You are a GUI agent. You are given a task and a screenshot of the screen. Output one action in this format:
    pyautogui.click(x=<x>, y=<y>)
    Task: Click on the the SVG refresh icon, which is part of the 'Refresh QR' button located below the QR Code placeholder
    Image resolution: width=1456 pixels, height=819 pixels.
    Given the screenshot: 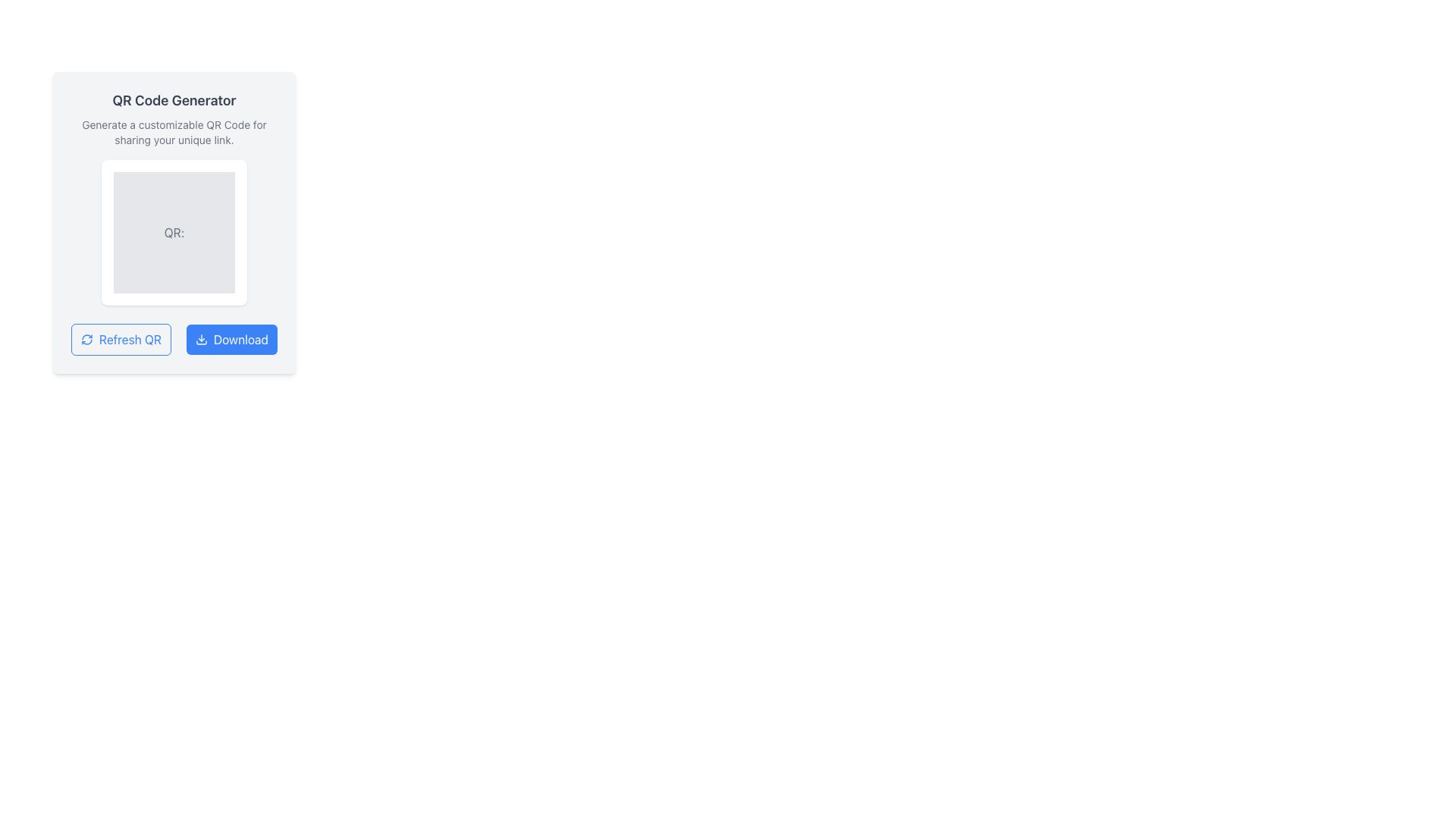 What is the action you would take?
    pyautogui.click(x=86, y=338)
    